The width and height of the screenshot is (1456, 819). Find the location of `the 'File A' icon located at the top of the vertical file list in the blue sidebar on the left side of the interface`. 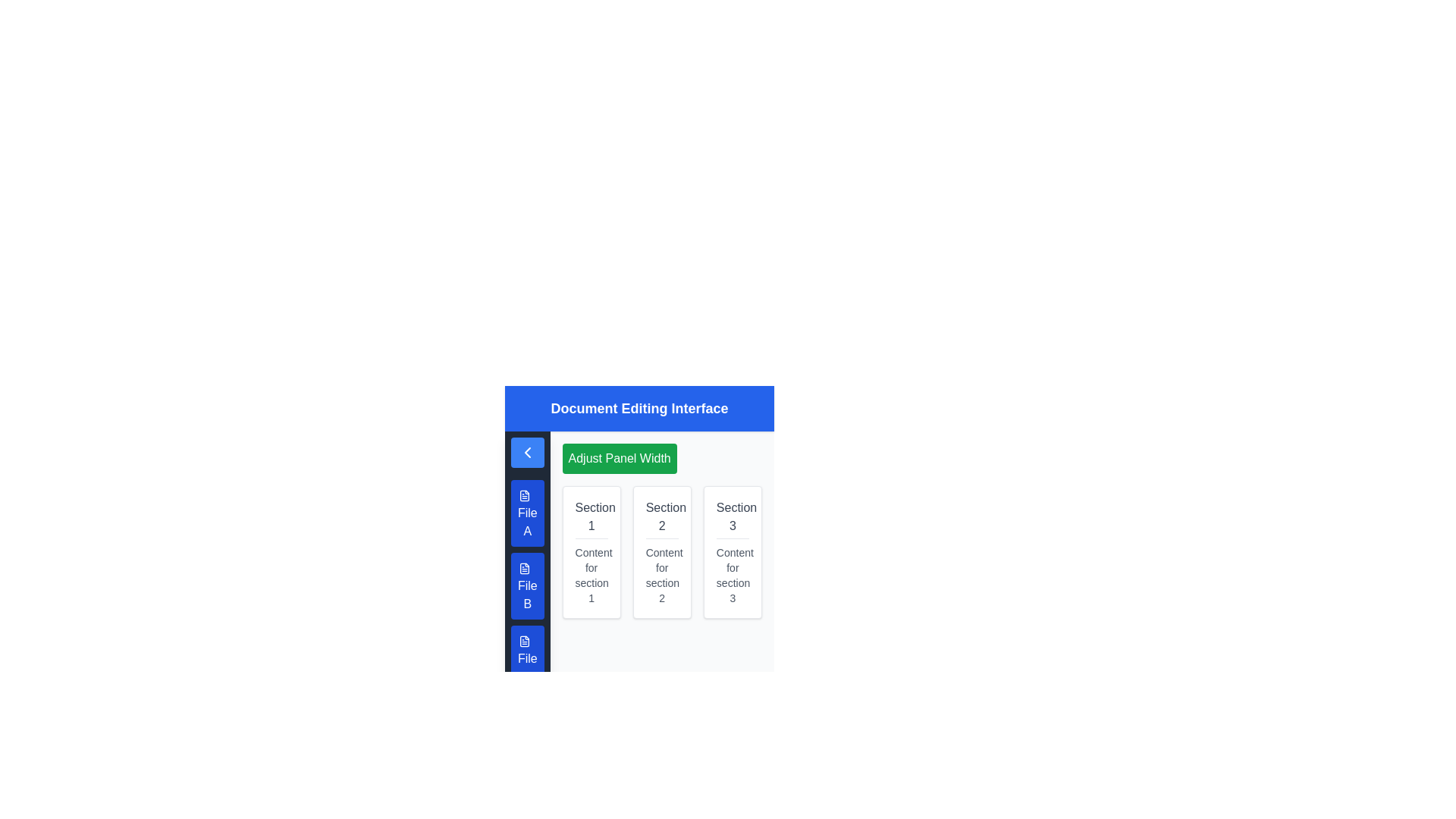

the 'File A' icon located at the top of the vertical file list in the blue sidebar on the left side of the interface is located at coordinates (524, 495).